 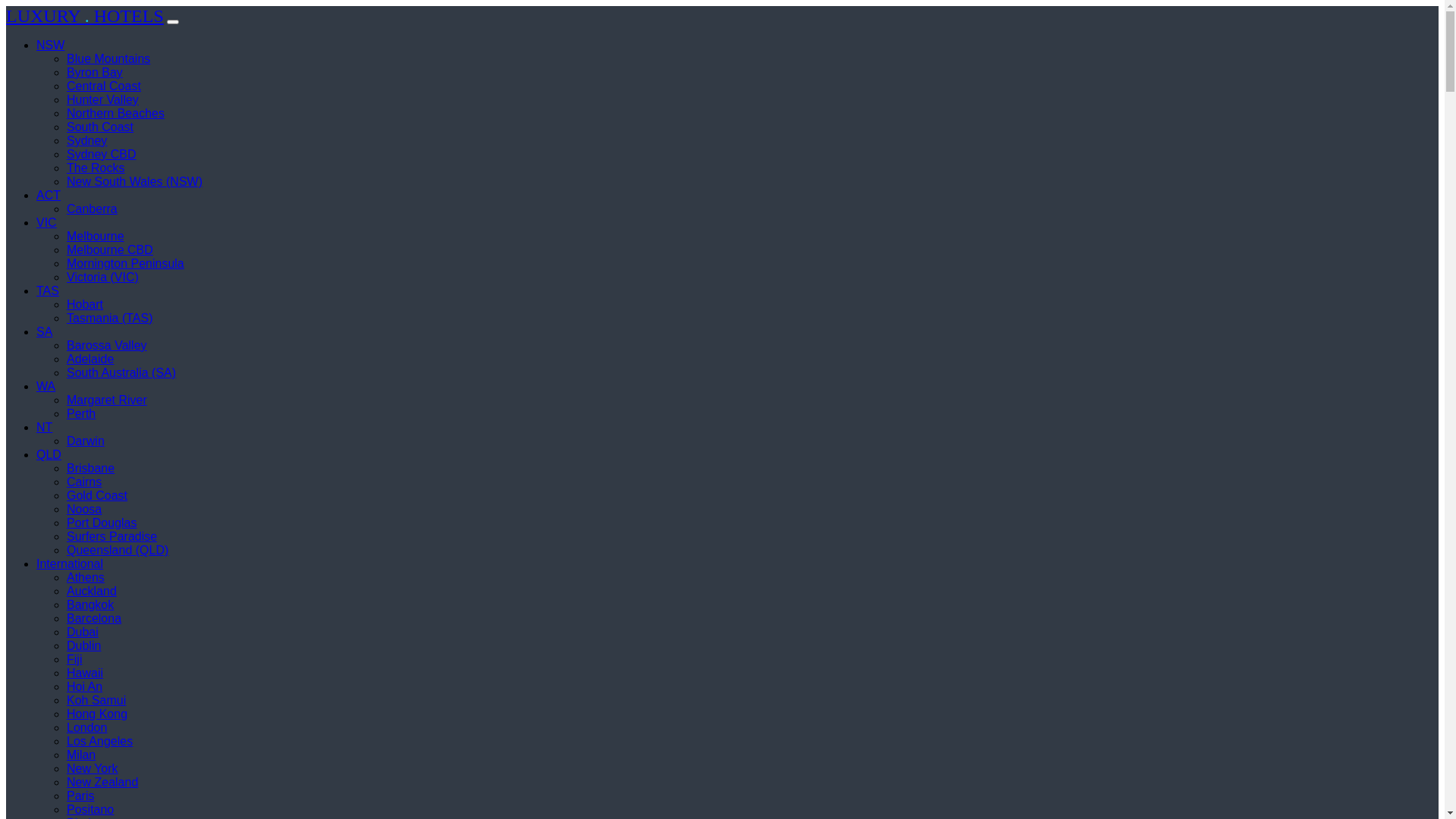 I want to click on 'Port Douglas', so click(x=65, y=522).